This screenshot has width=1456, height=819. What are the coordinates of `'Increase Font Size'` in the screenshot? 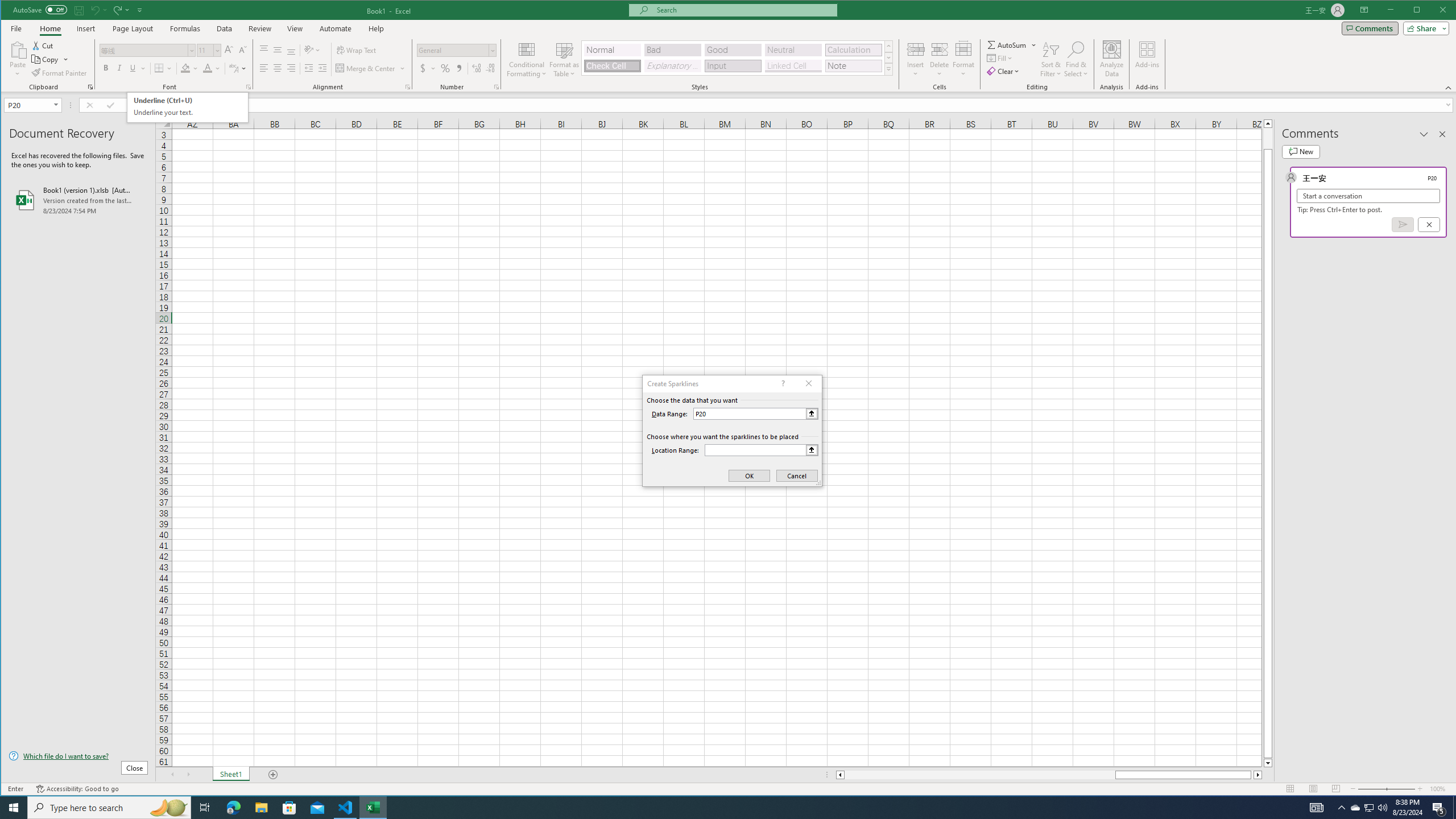 It's located at (227, 49).